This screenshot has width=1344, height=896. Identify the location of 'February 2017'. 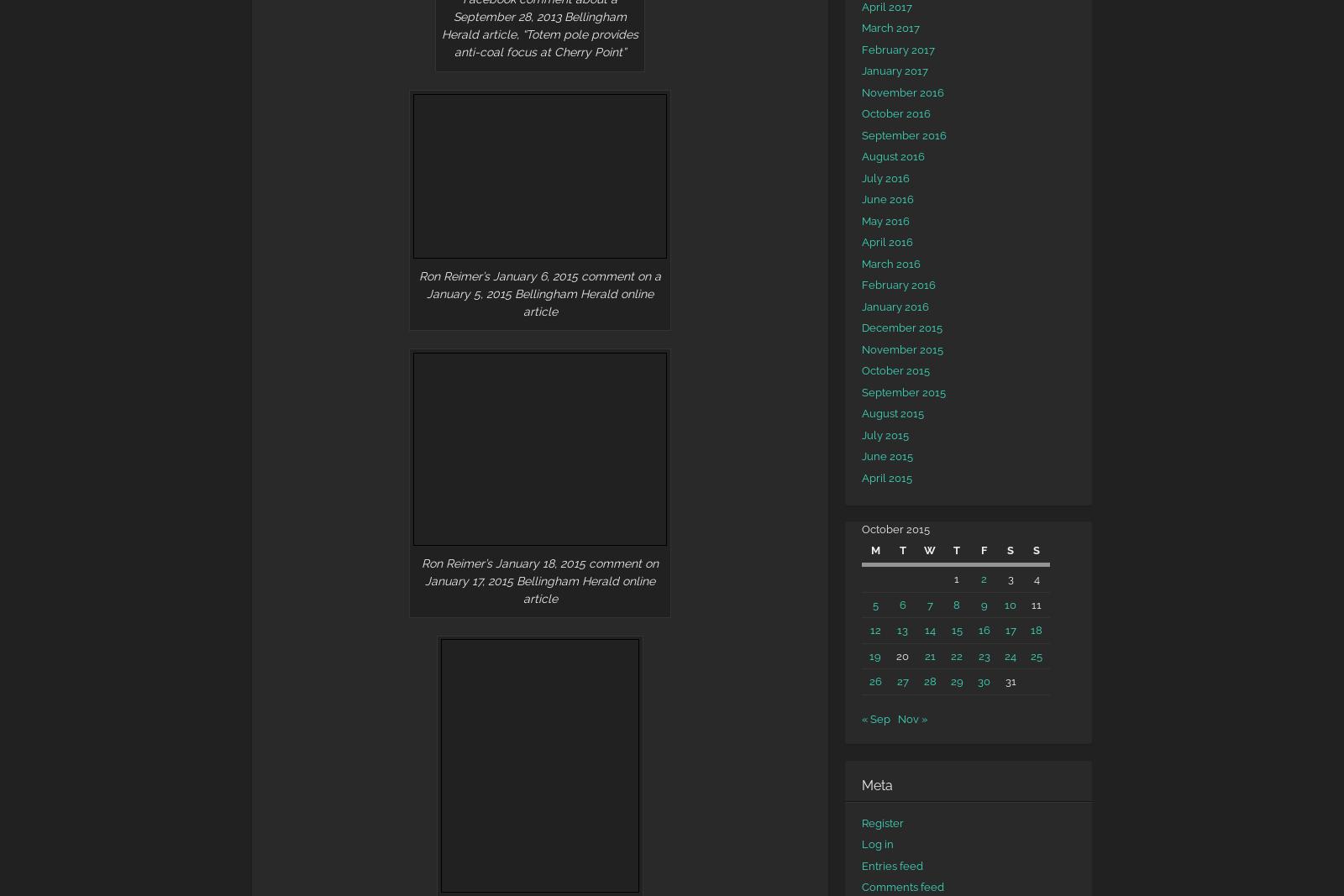
(898, 48).